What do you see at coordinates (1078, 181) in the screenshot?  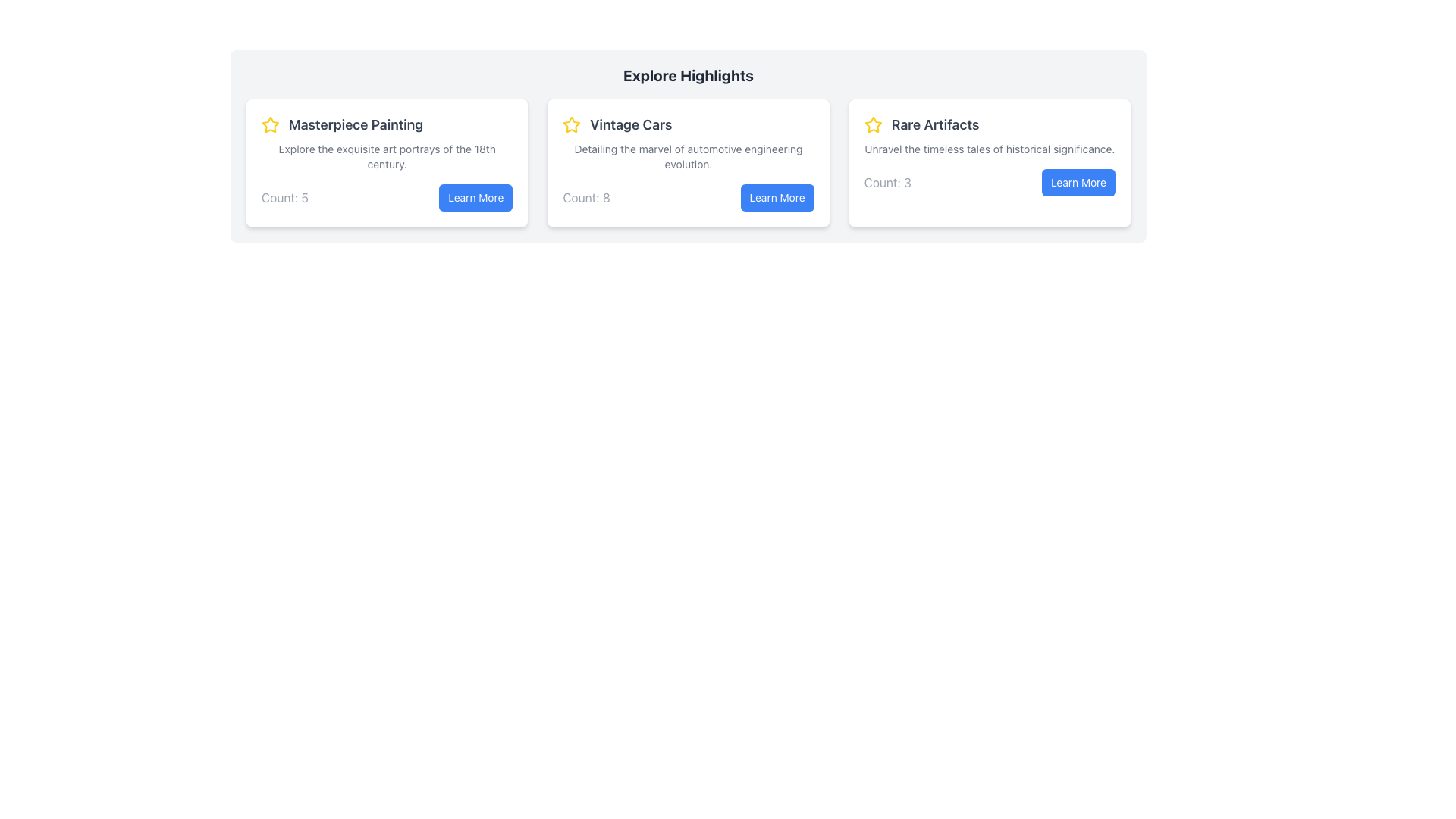 I see `the 'Learn More' button, which is a blue button with white text and rounded corners, located to the right of the label 'Count: 3' in the third card of a horizontally aligned group` at bounding box center [1078, 181].